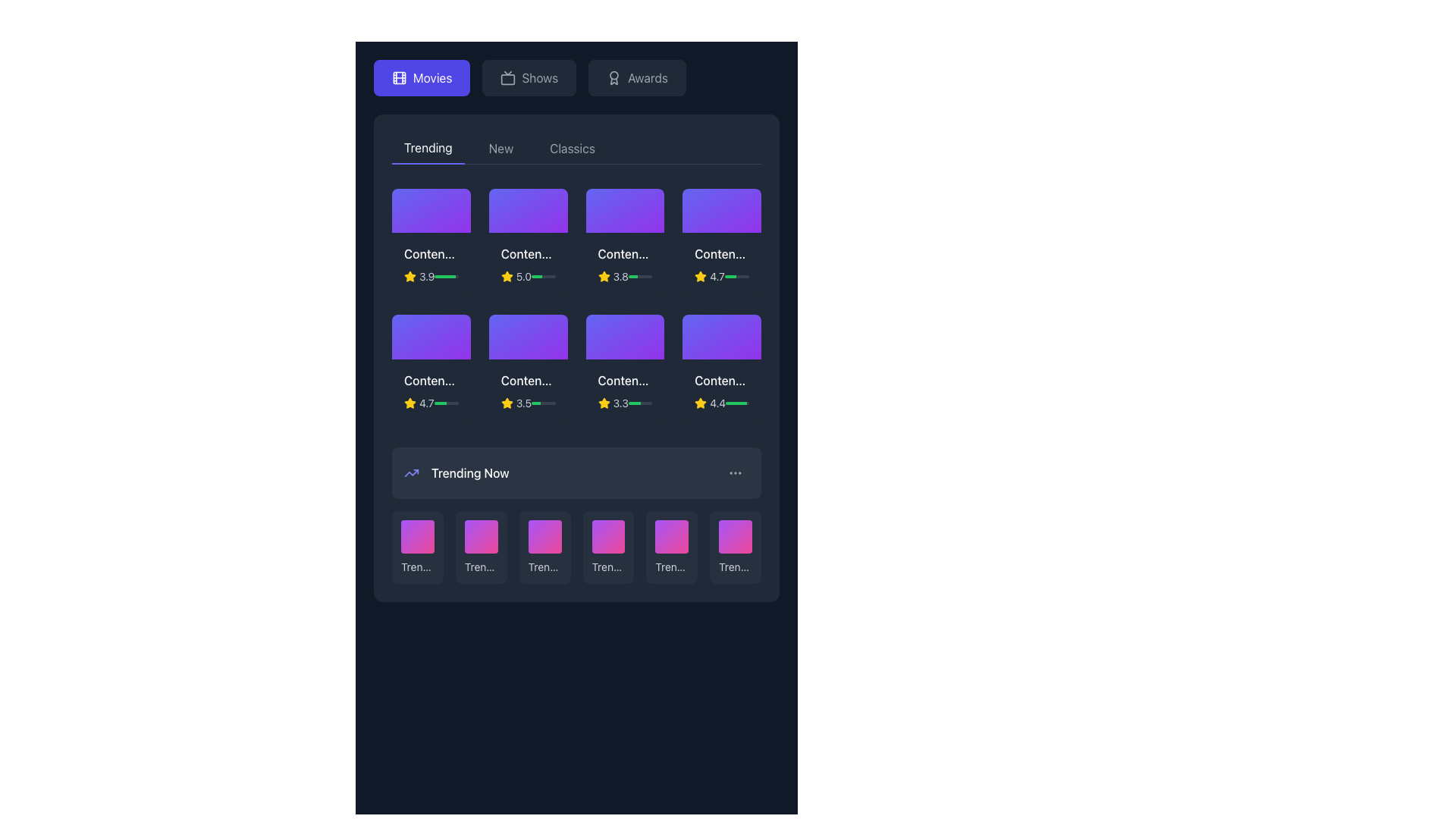  I want to click on the star-shaped yellow rating icon, which is part of a horizontal stack representing a rating of 4.7, so click(700, 277).